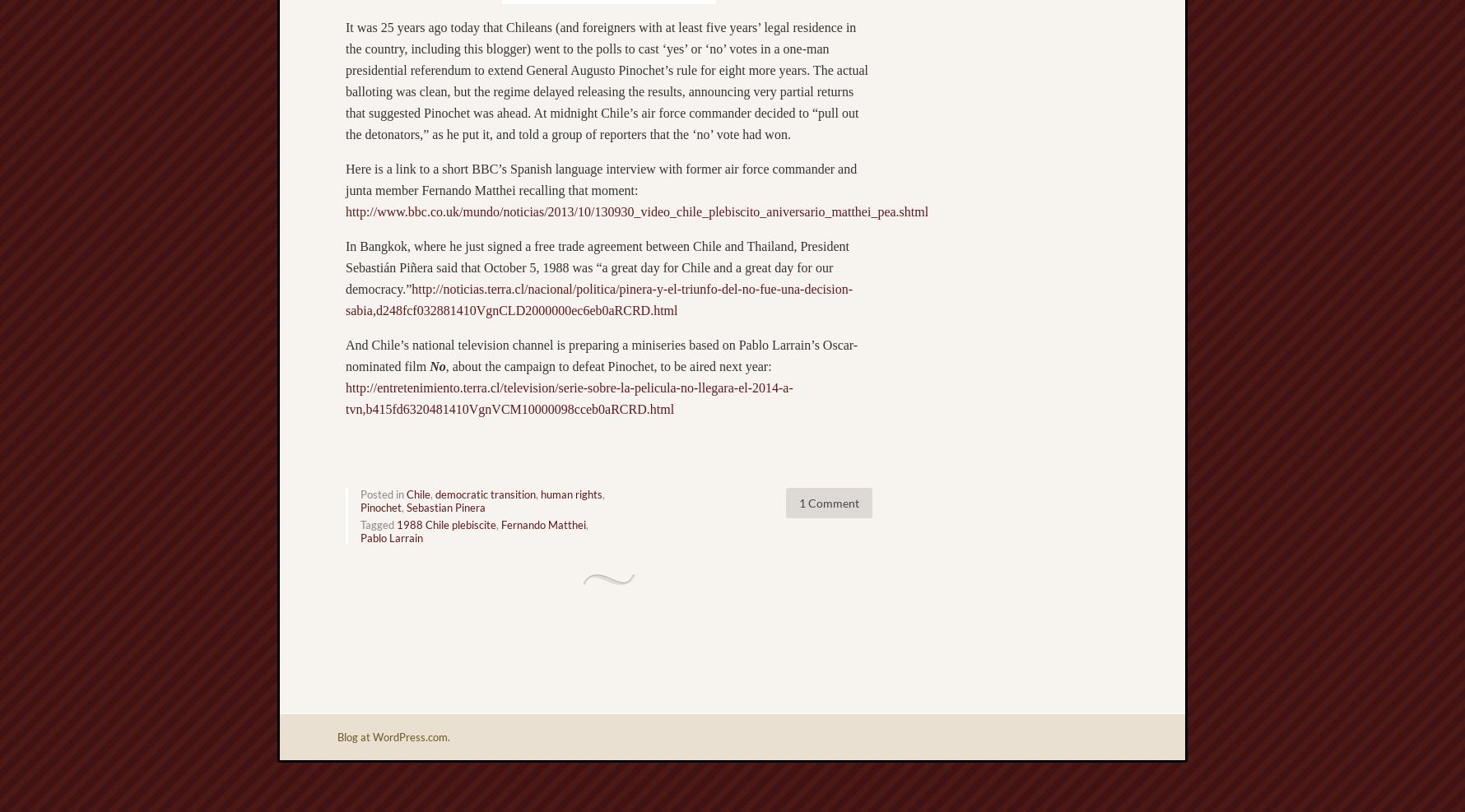 The image size is (1465, 812). Describe the element at coordinates (568, 397) in the screenshot. I see `'http://entretenimiento.terra.cl/television/serie-sobre-la-pelicula-no-llegara-el-2014-a-tvn,b415fd6320481410VgnVCM10000098cceb0aRCRD.html'` at that location.